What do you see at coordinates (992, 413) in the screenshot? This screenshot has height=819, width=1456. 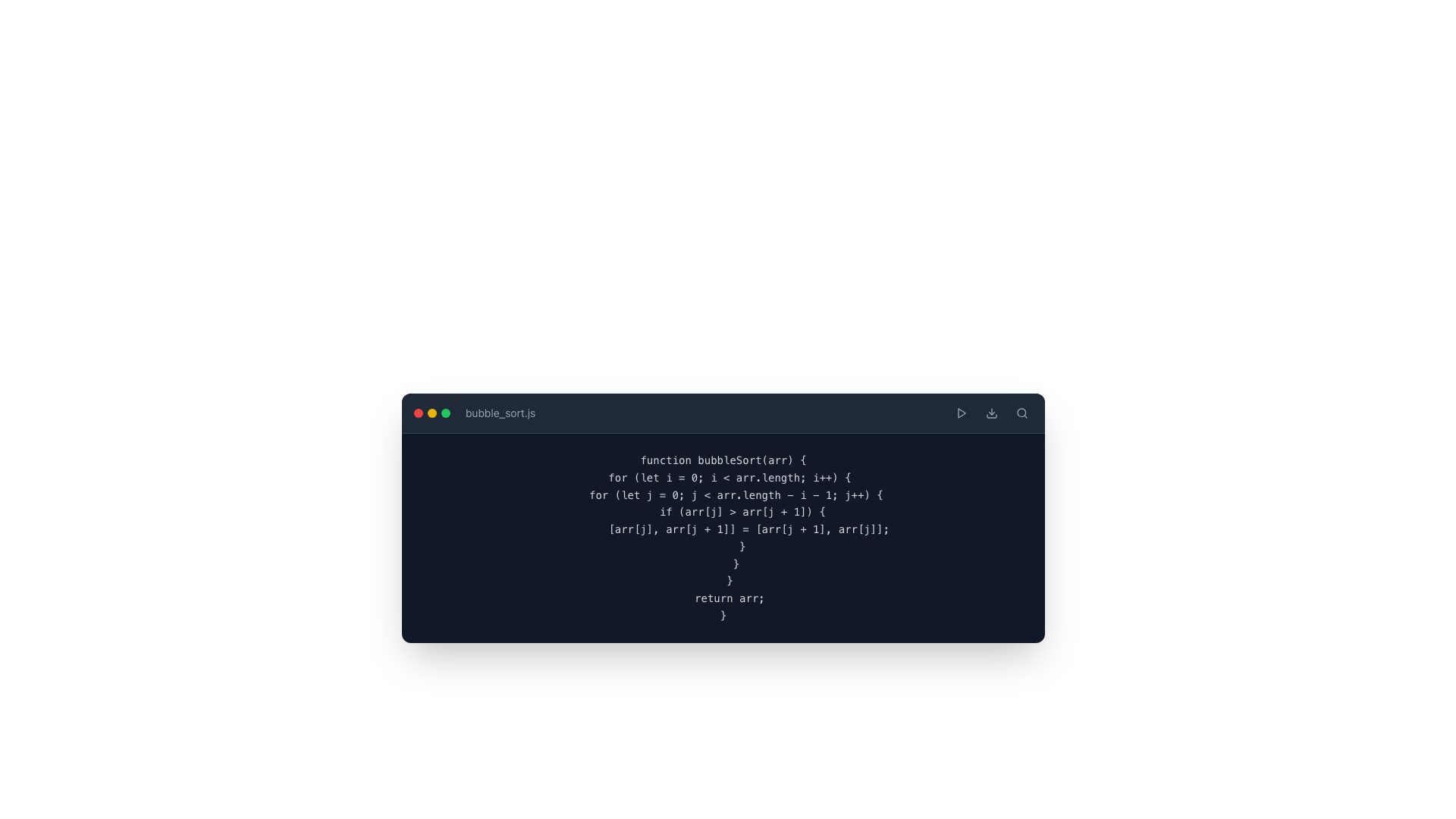 I see `the download icon button located in the top-right corner toolbar of the modal to initiate a download` at bounding box center [992, 413].